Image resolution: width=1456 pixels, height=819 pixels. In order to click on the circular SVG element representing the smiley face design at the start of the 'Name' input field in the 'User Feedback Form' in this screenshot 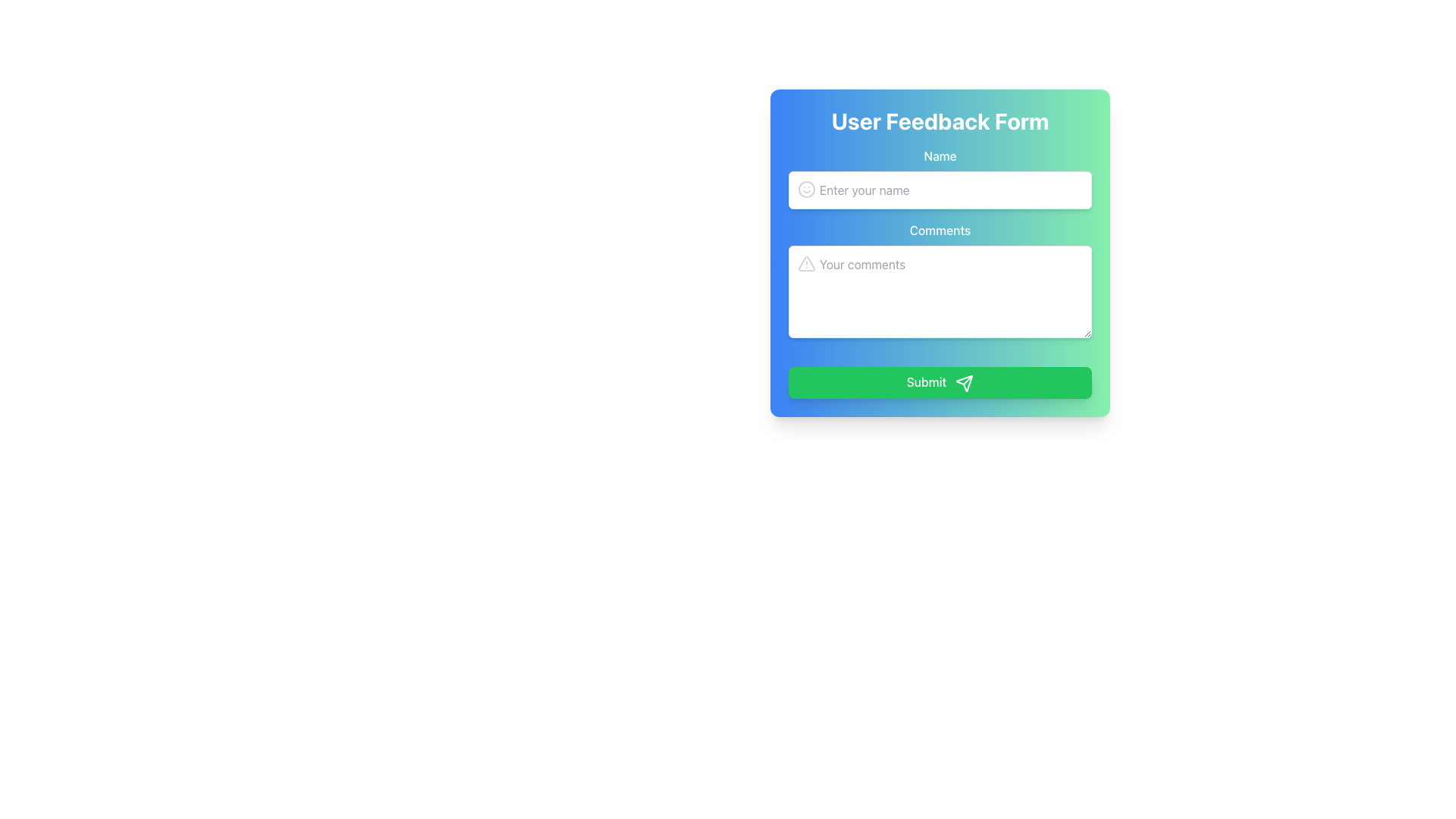, I will do `click(806, 189)`.